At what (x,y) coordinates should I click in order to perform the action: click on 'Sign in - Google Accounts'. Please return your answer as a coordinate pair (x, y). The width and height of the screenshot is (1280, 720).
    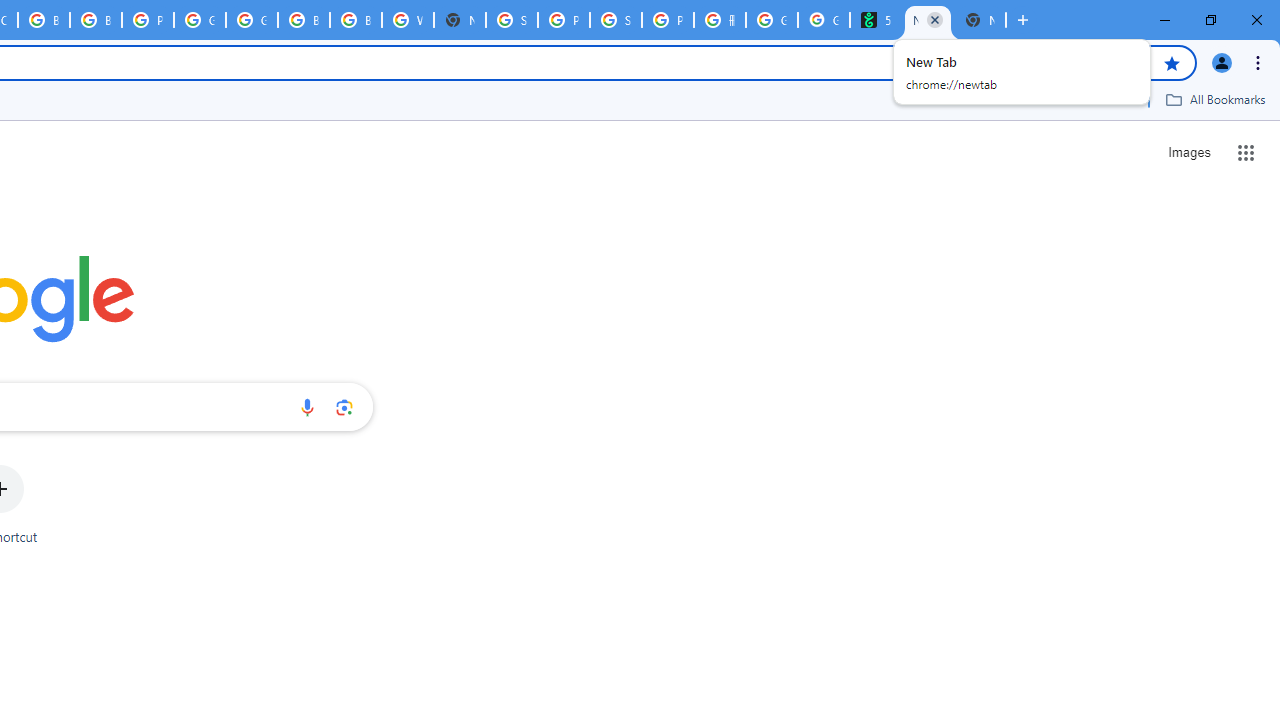
    Looking at the image, I should click on (512, 20).